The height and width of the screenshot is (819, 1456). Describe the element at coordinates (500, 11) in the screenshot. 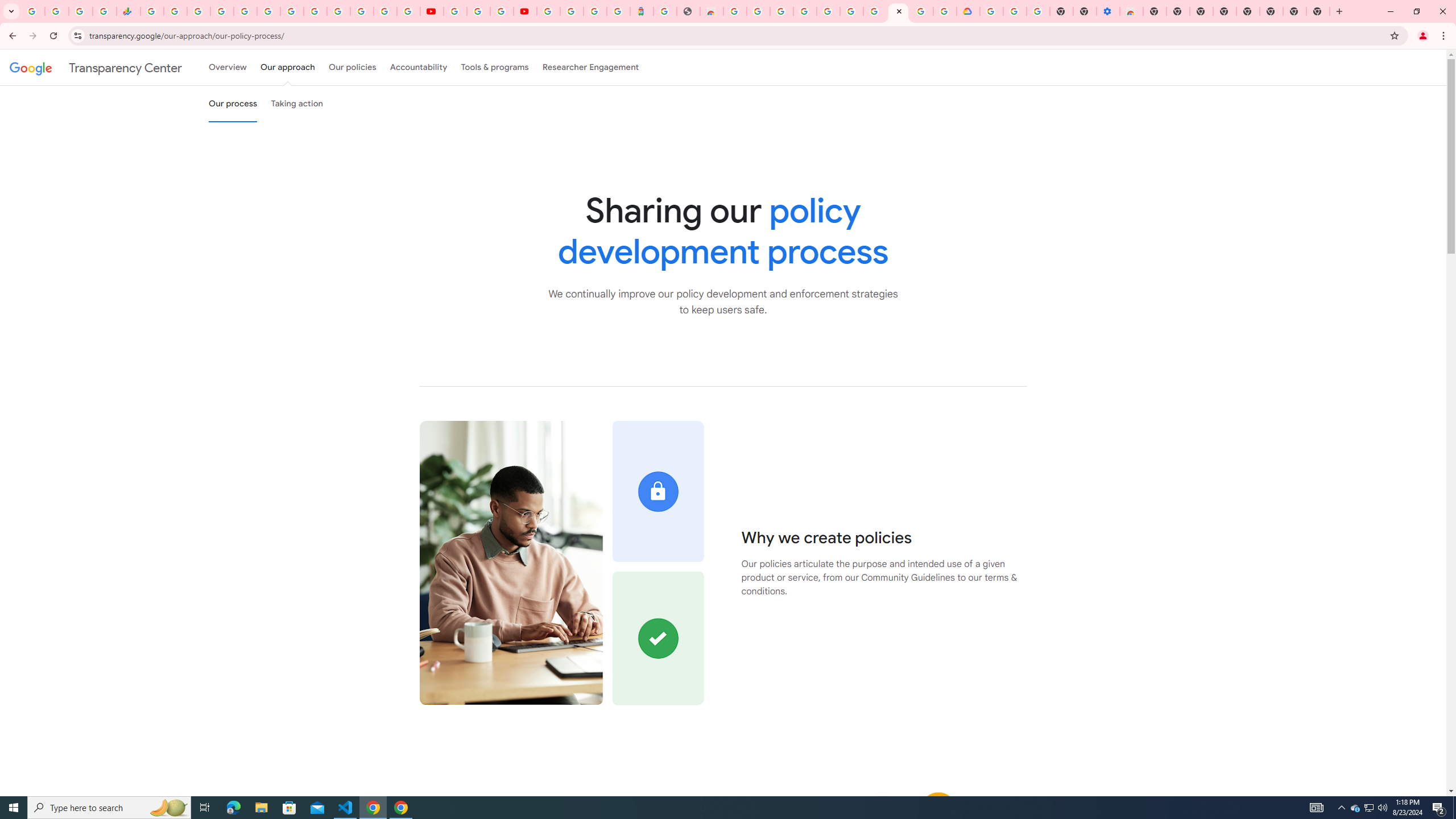

I see `'Create your Google Account'` at that location.